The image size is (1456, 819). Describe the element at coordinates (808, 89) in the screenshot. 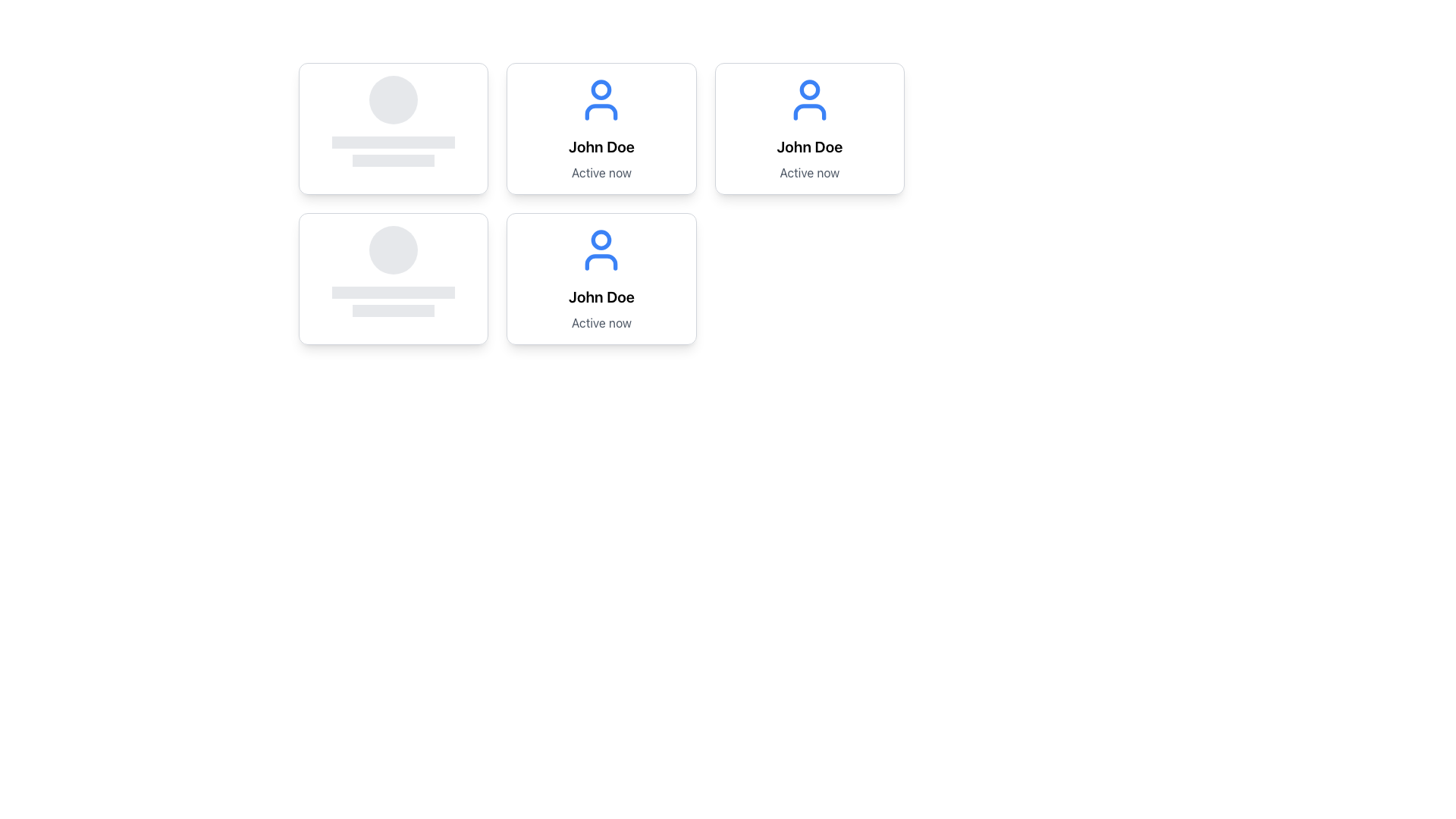

I see `and interact with the circular graphical component representing the user profile icon for 'John Doe'` at that location.